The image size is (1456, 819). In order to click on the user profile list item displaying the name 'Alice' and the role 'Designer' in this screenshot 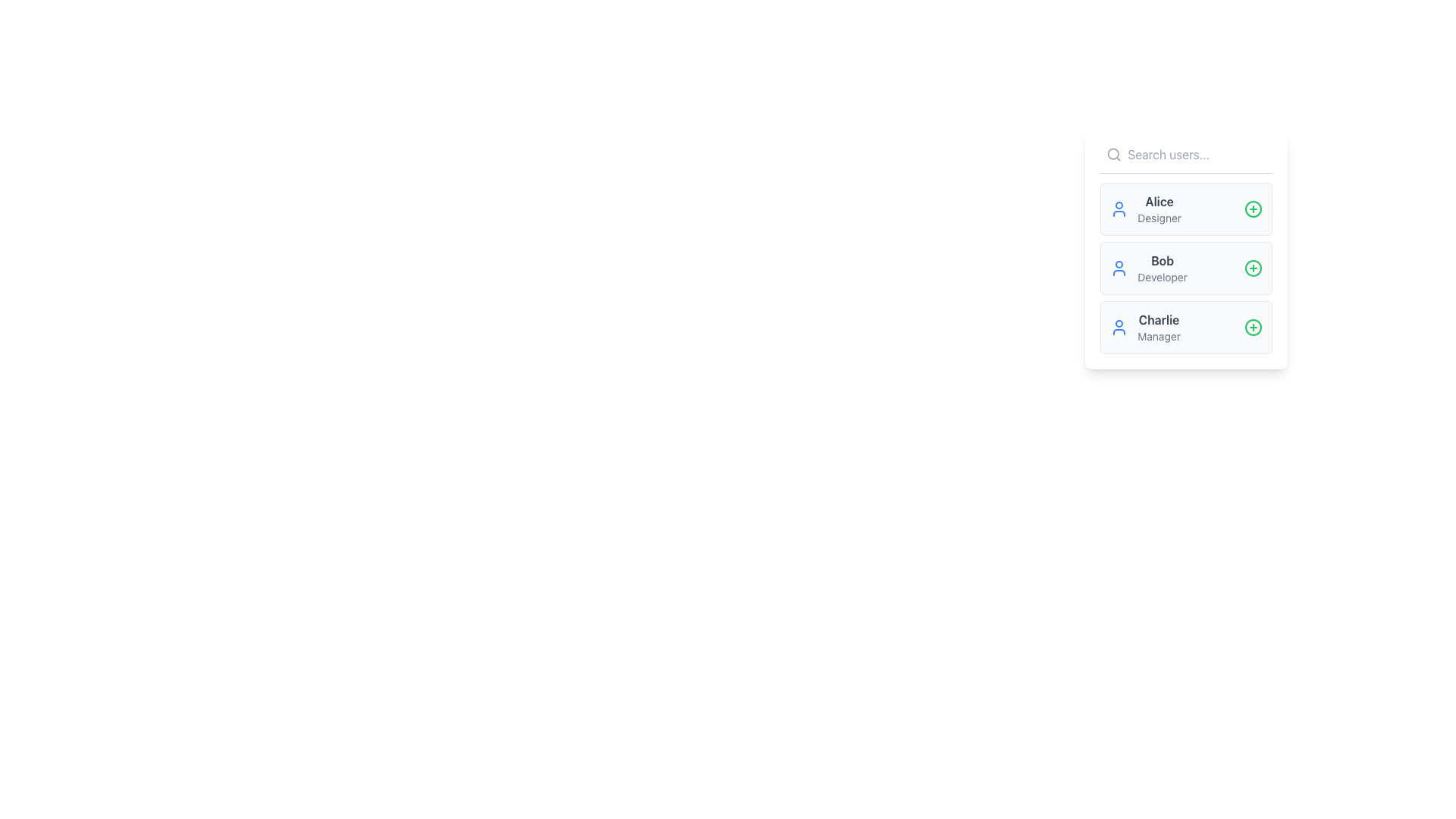, I will do `click(1146, 209)`.